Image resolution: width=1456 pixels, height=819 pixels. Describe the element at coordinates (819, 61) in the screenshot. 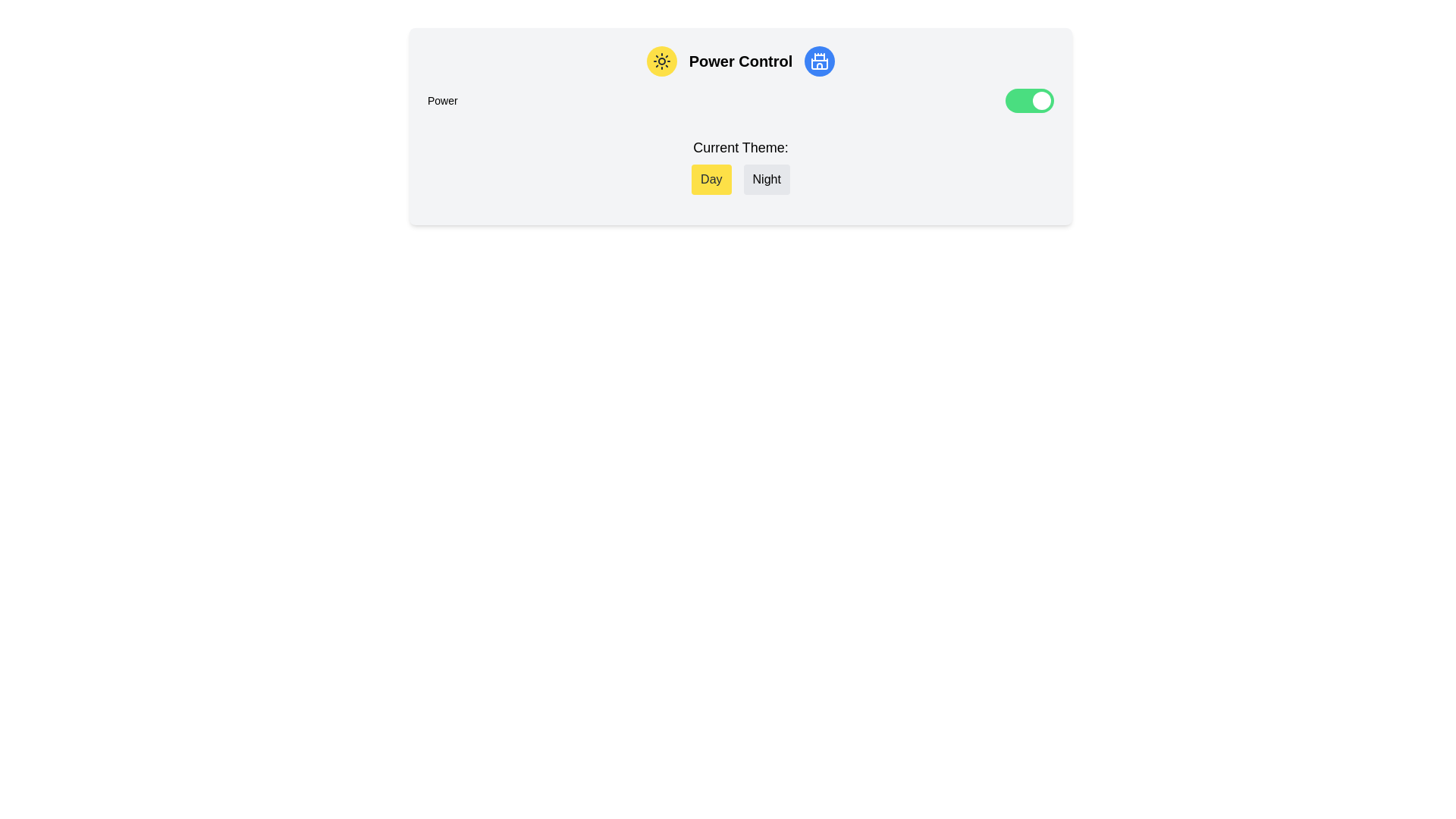

I see `the blue castle icon with white strokes located at the top right of the 'Power Control' section` at that location.